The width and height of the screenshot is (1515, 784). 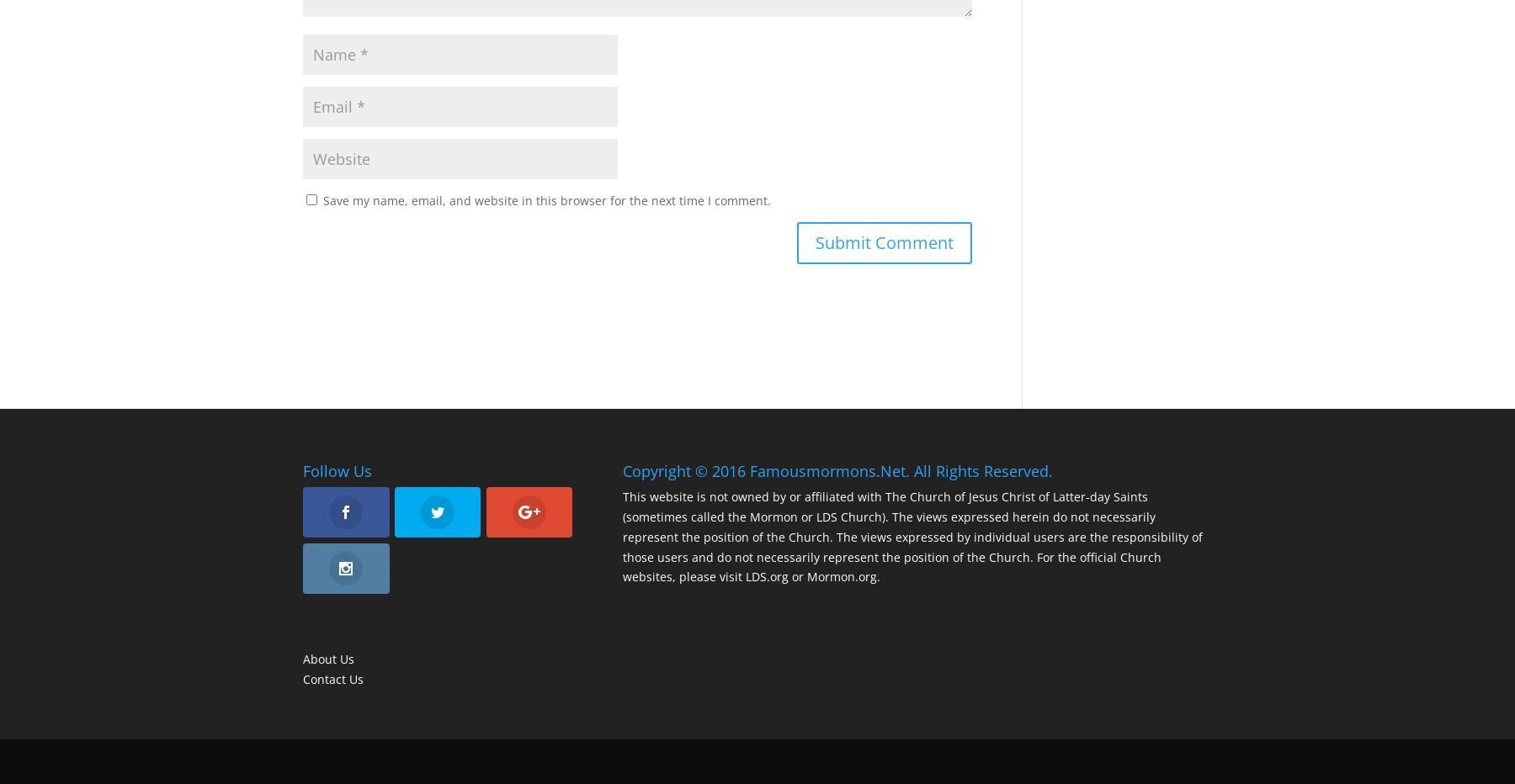 I want to click on 'Elegant Themes', so click(x=421, y=760).